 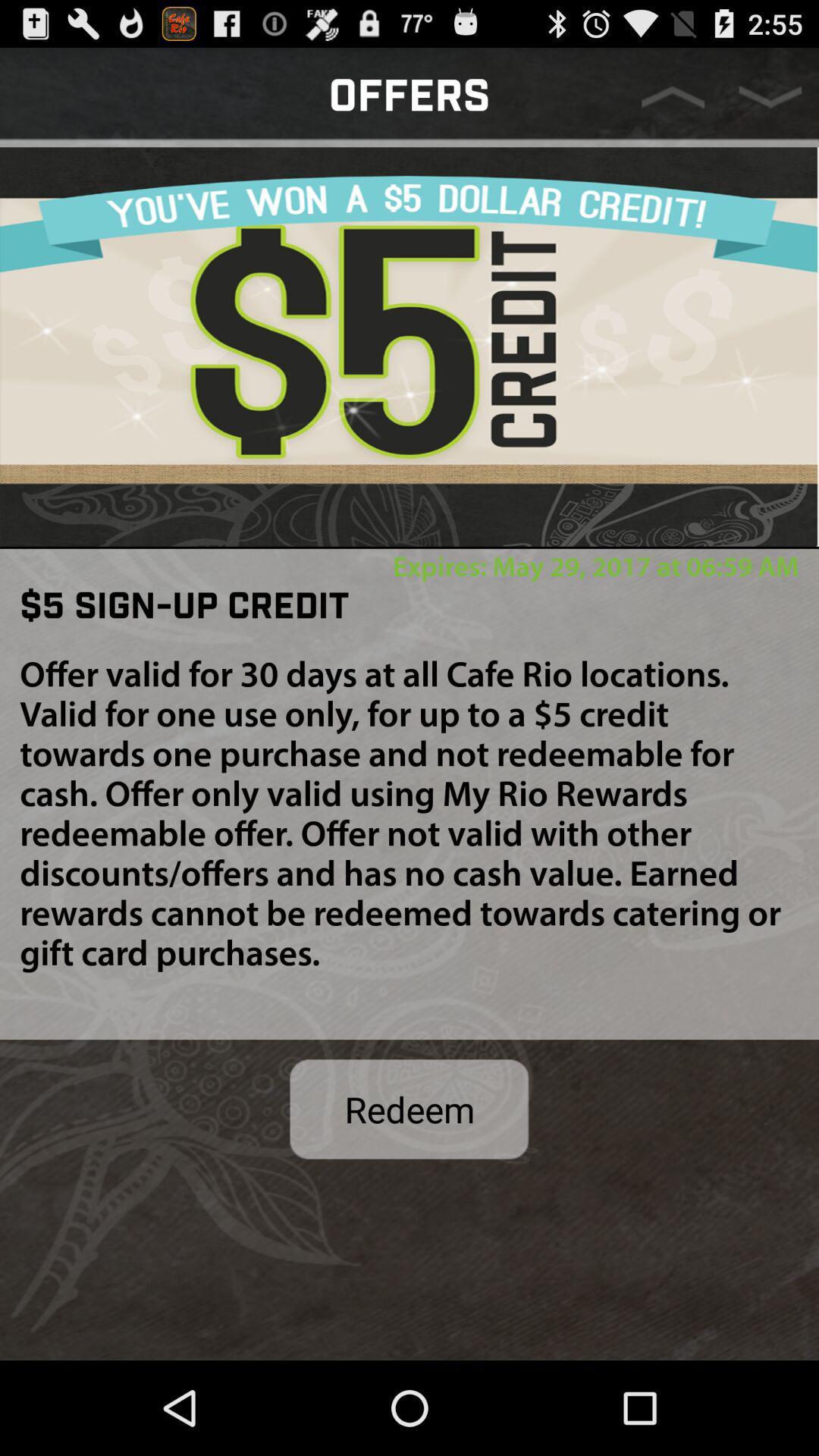 I want to click on the expand_more icon, so click(x=770, y=103).